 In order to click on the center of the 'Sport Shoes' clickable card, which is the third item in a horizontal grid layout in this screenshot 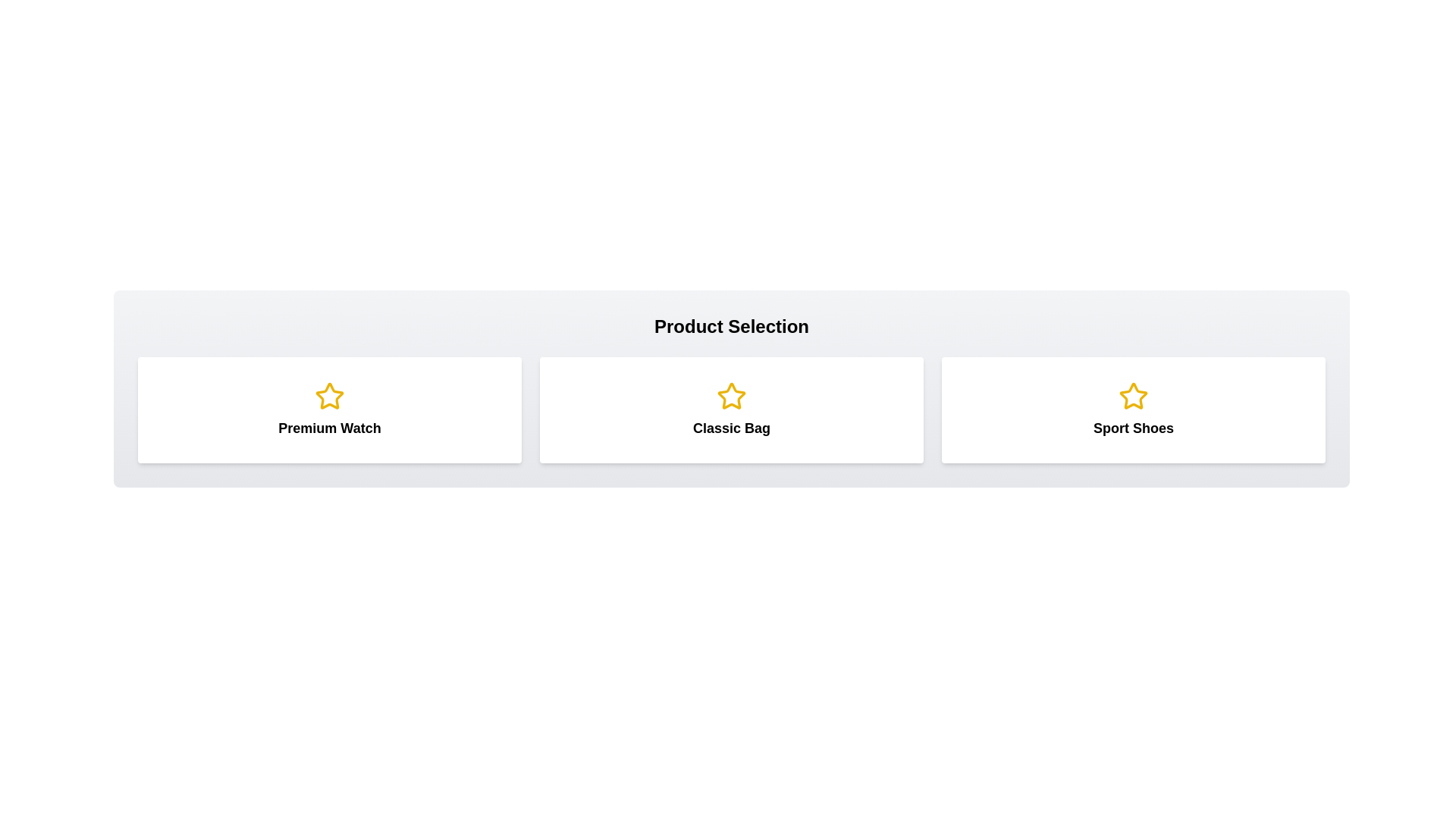, I will do `click(1133, 409)`.